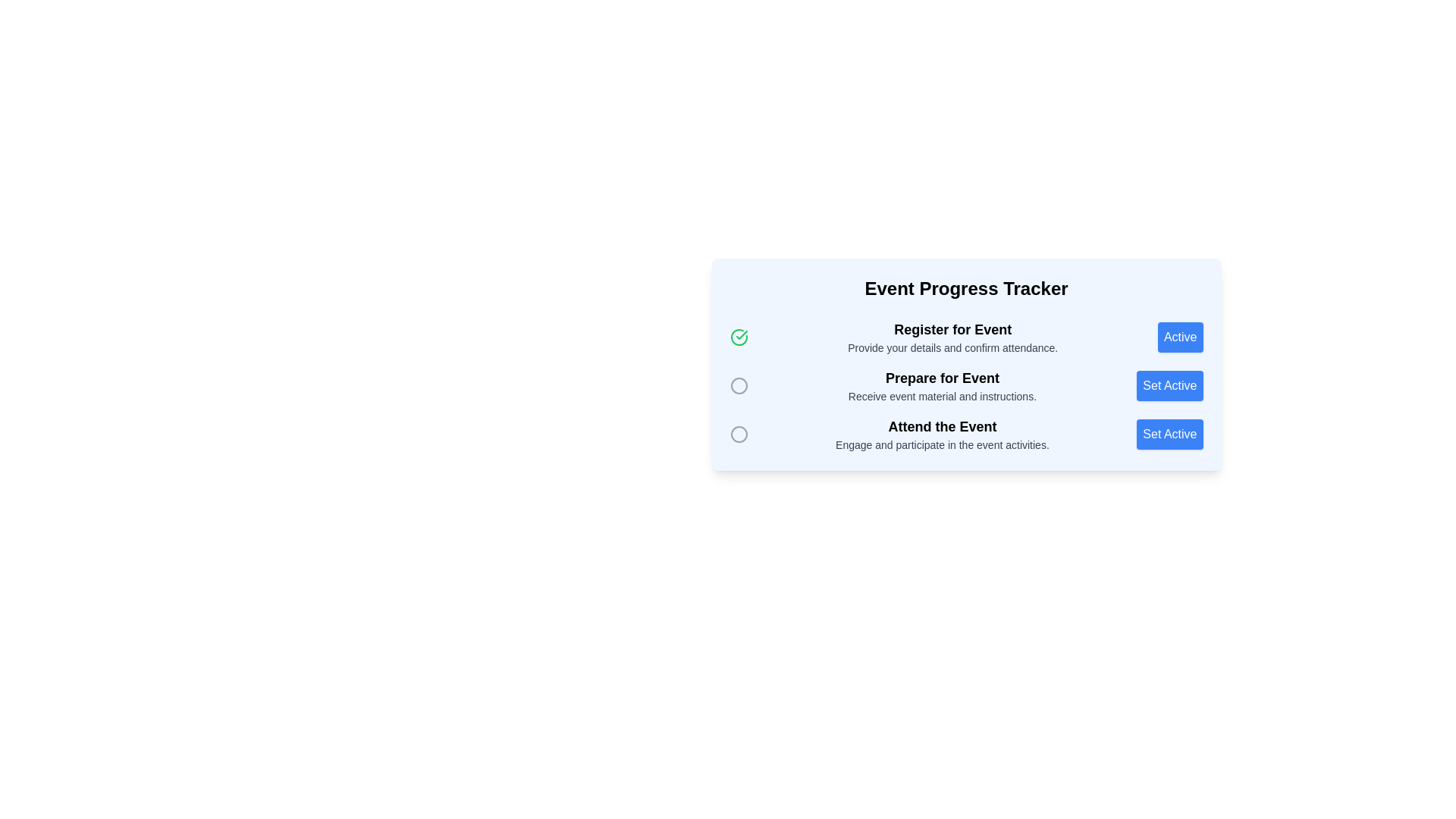  Describe the element at coordinates (739, 435) in the screenshot. I see `the third circular indicator in the Event Progress Tracker section, which indicates the status of 'Attend the Event'` at that location.